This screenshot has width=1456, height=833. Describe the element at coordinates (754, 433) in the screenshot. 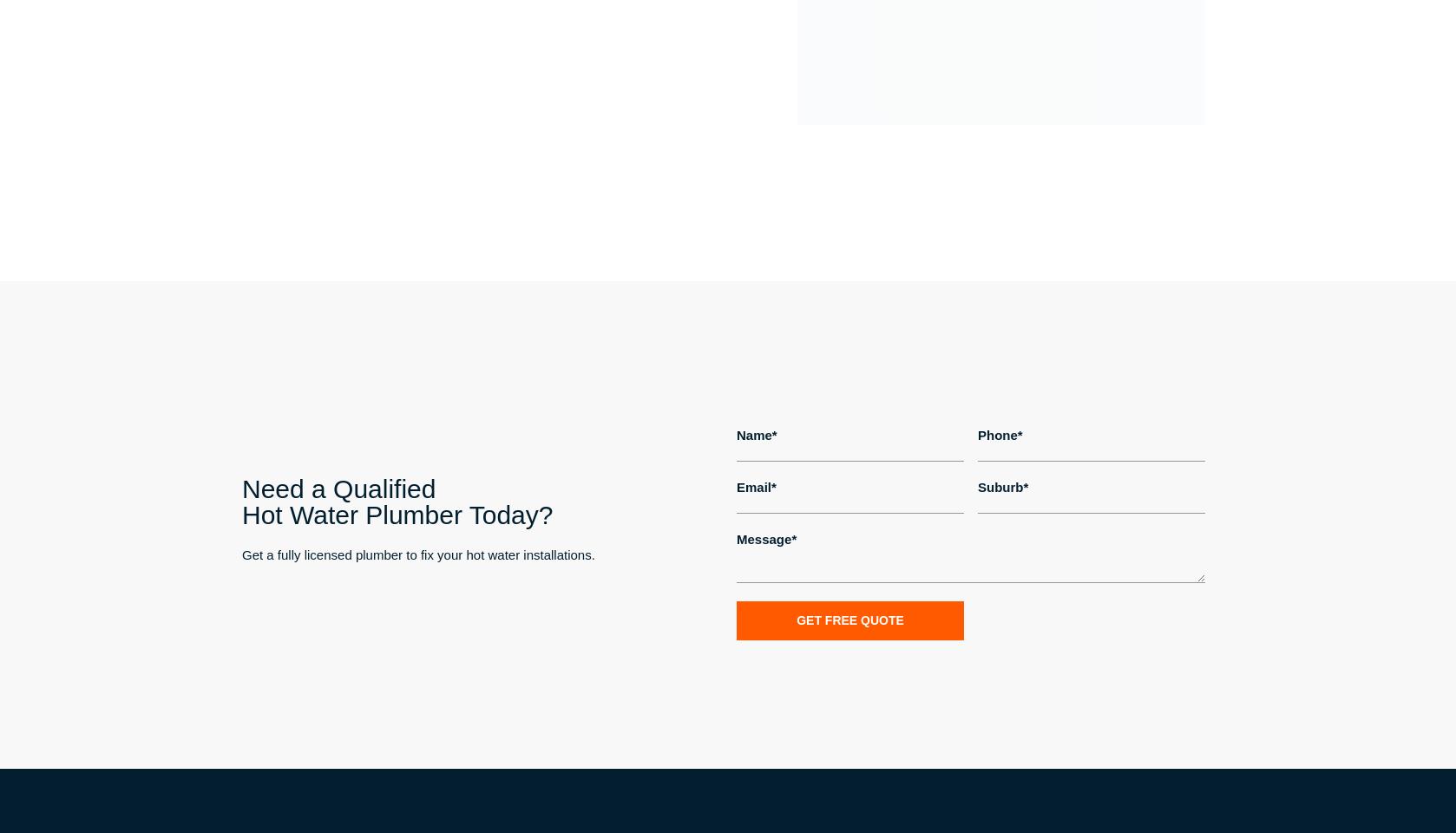

I see `'Name'` at that location.